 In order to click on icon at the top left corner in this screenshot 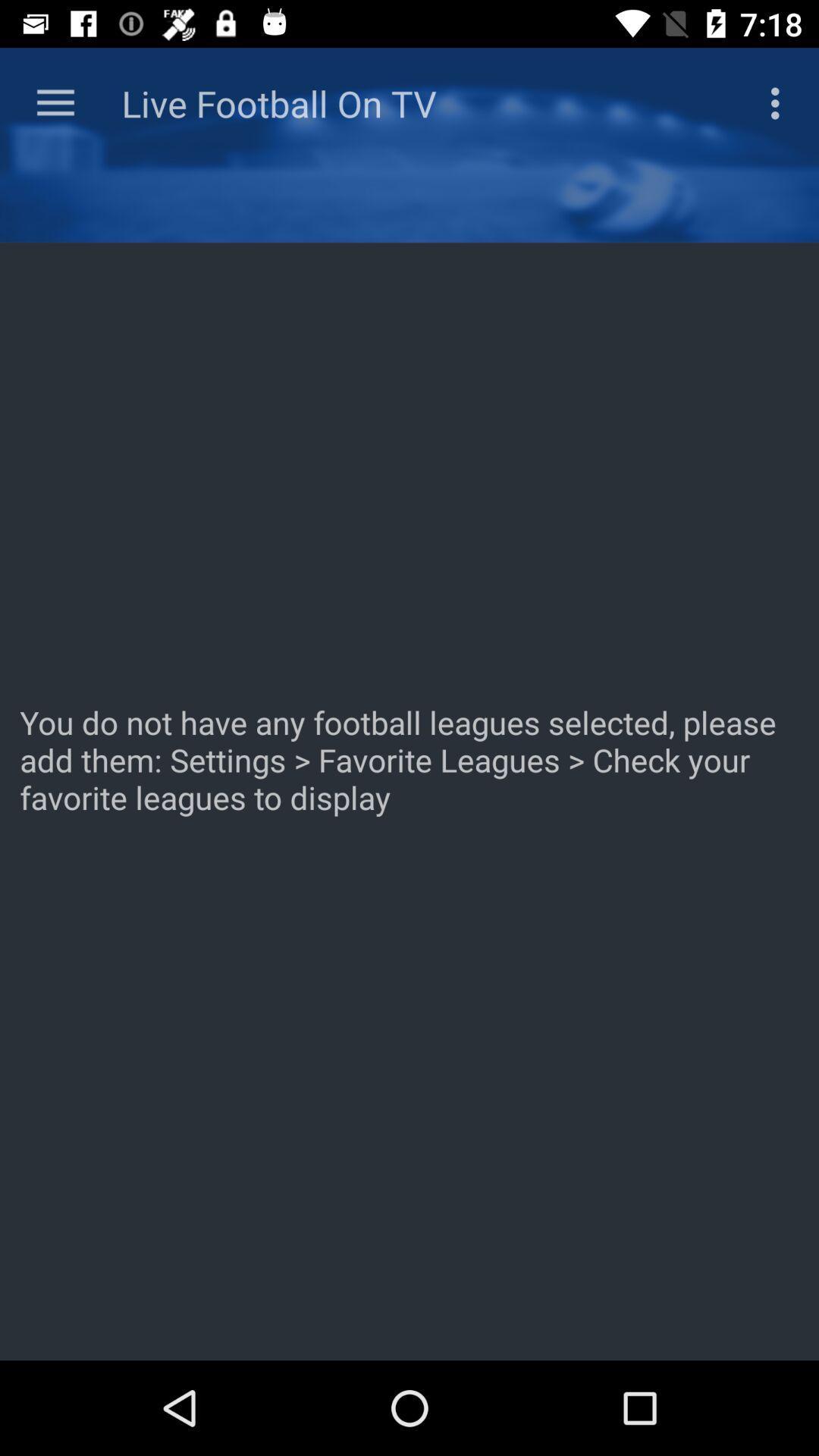, I will do `click(55, 102)`.